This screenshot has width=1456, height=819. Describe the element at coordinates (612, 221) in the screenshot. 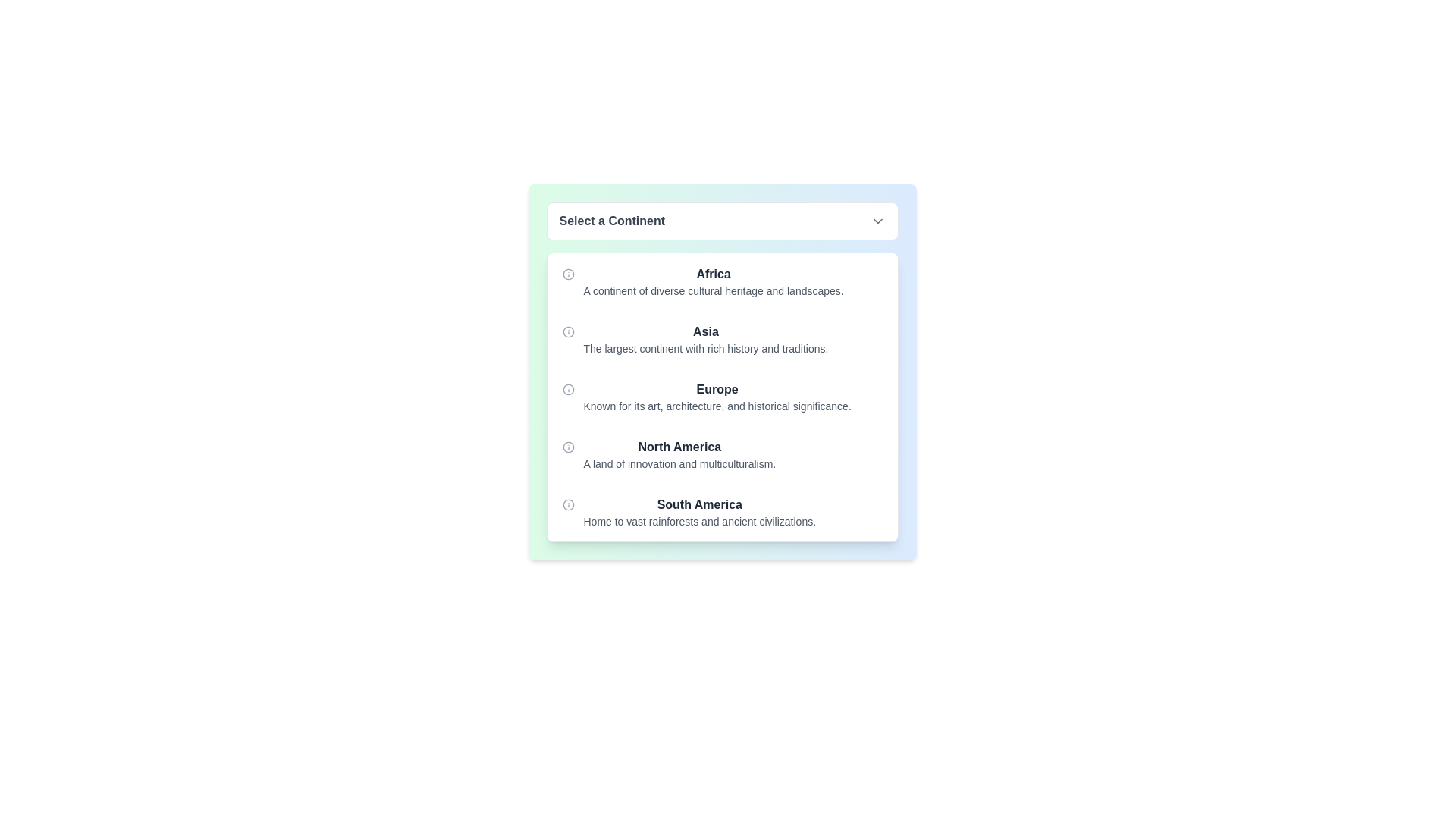

I see `the Text label indicating the selection of a continent in the dropdown menu` at that location.